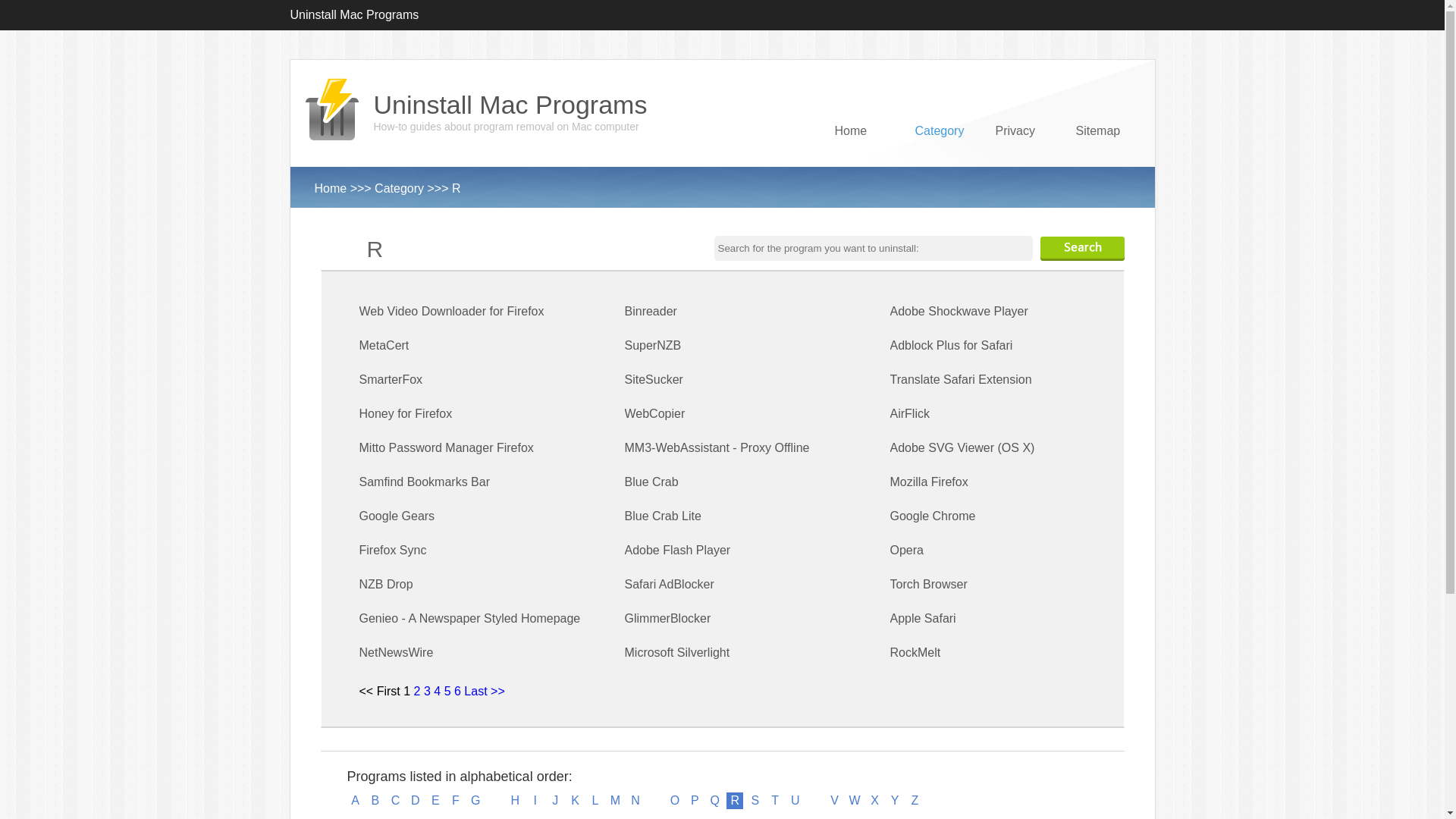 This screenshot has width=1456, height=819. I want to click on 'RockMelt', so click(915, 651).